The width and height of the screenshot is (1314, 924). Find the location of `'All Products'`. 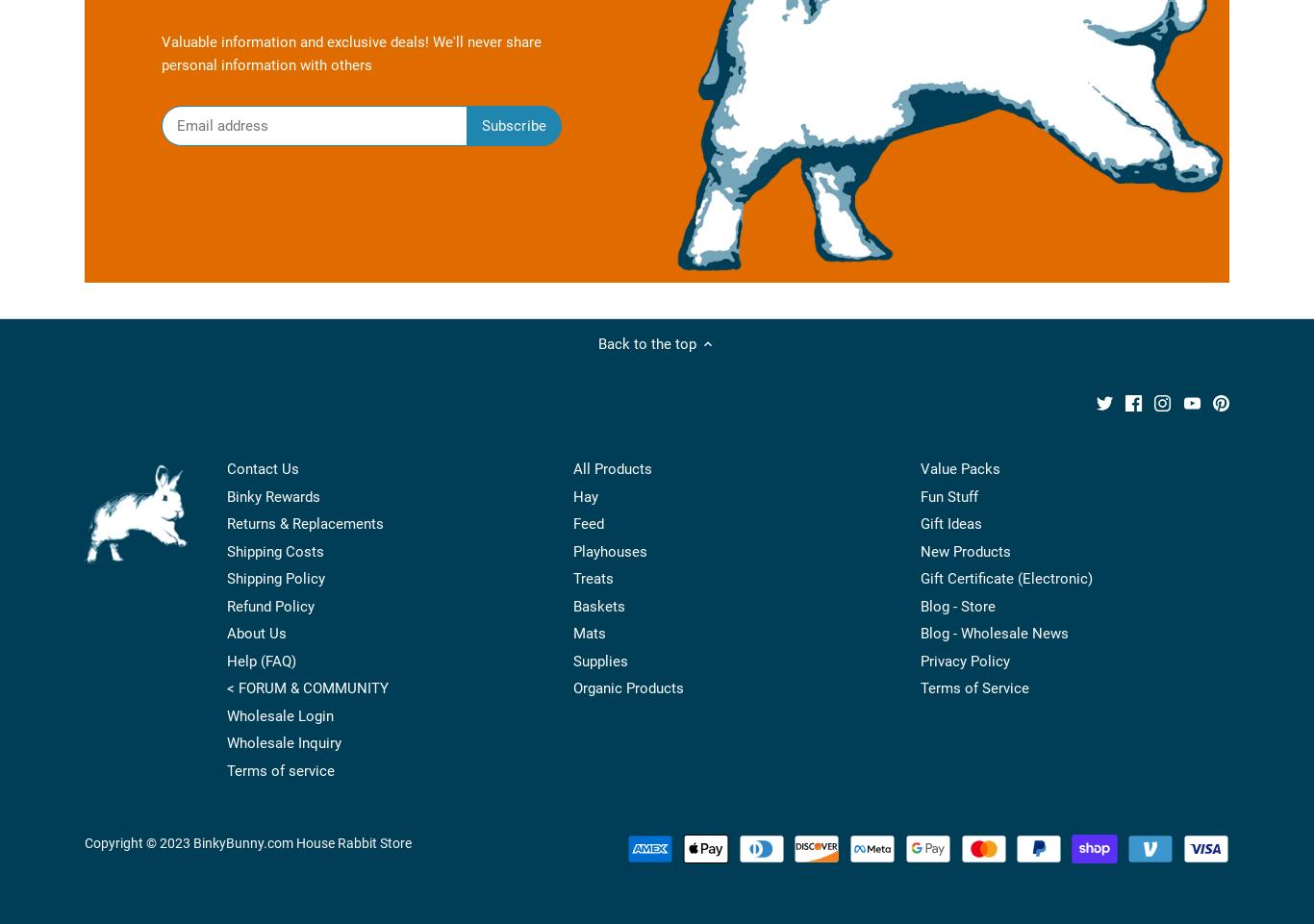

'All Products' is located at coordinates (611, 468).